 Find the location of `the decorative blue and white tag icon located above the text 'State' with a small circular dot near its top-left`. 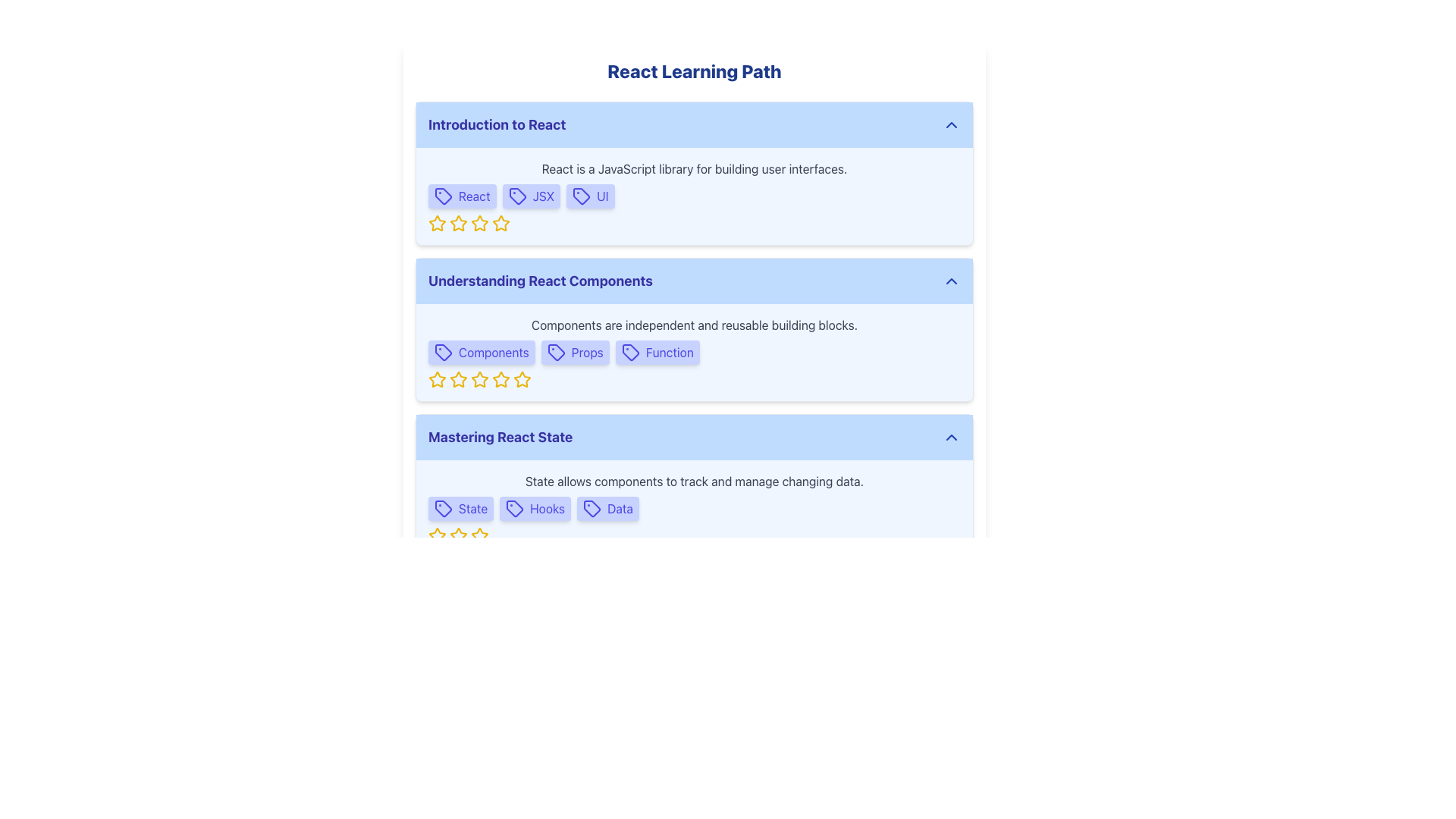

the decorative blue and white tag icon located above the text 'State' with a small circular dot near its top-left is located at coordinates (443, 509).